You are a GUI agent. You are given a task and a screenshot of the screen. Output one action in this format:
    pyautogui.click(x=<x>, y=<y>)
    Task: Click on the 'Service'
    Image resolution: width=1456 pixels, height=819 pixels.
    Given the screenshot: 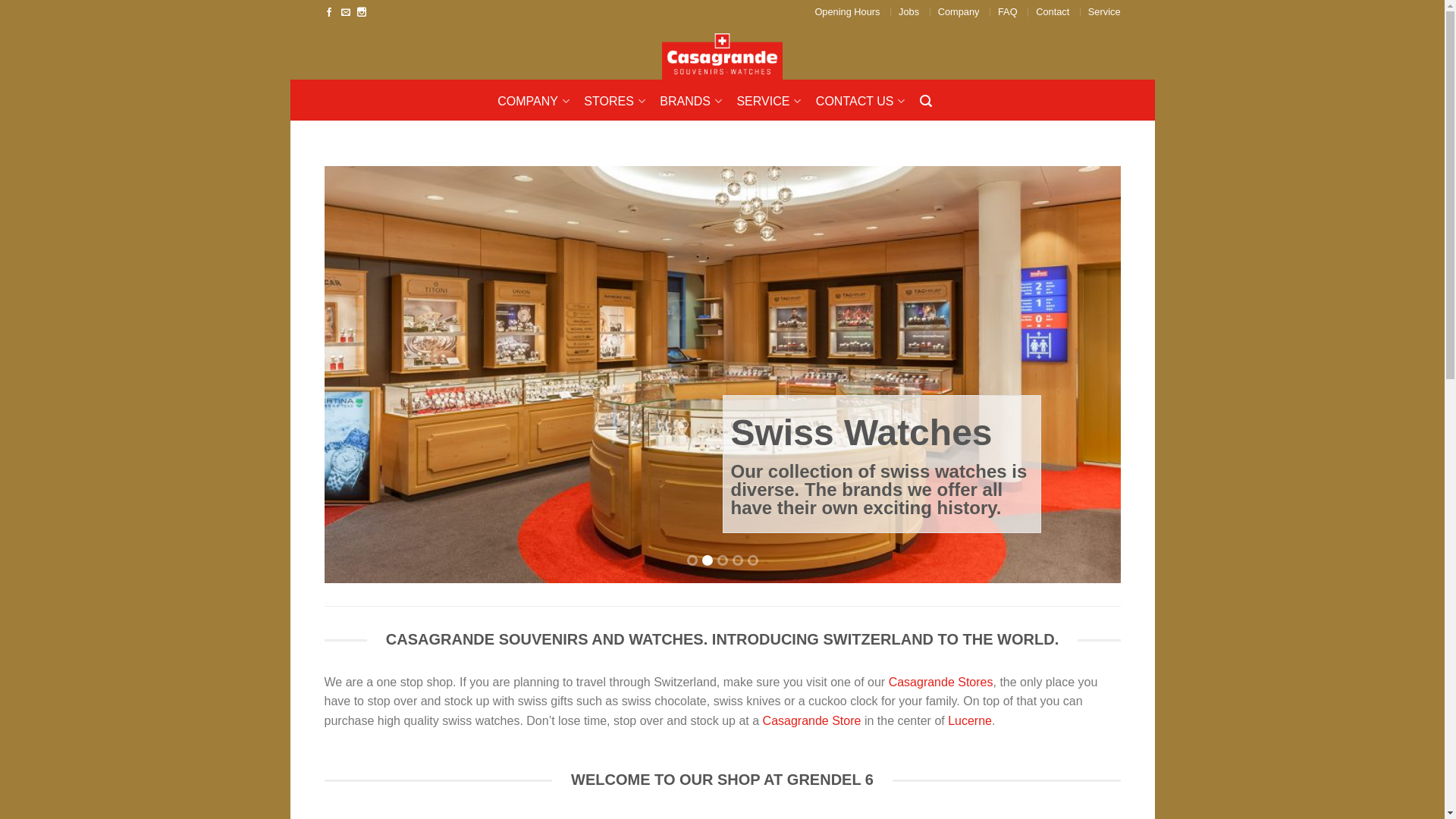 What is the action you would take?
    pyautogui.click(x=1104, y=11)
    